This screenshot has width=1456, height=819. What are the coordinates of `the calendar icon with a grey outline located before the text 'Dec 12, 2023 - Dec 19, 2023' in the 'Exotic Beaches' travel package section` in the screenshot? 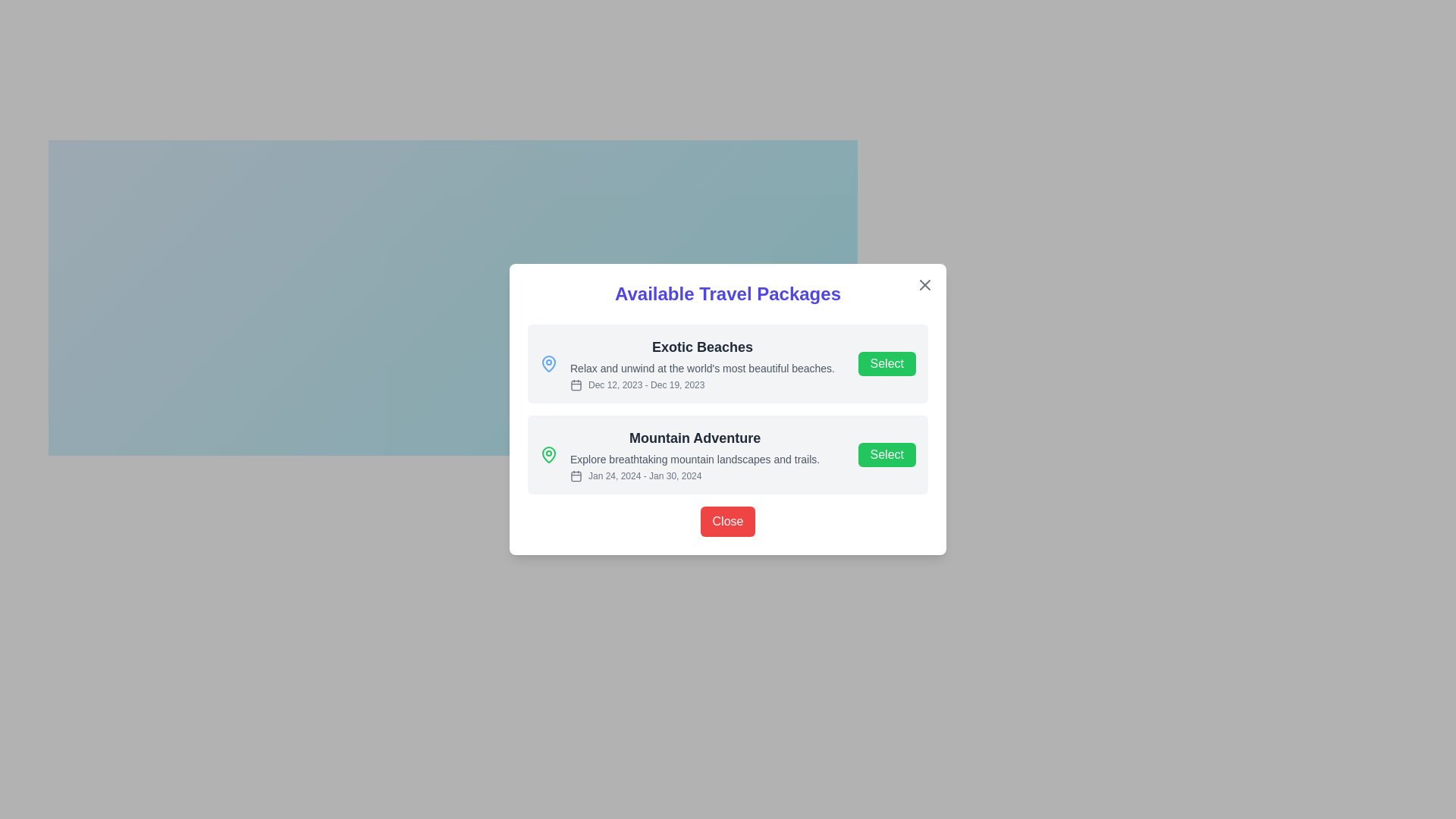 It's located at (575, 384).